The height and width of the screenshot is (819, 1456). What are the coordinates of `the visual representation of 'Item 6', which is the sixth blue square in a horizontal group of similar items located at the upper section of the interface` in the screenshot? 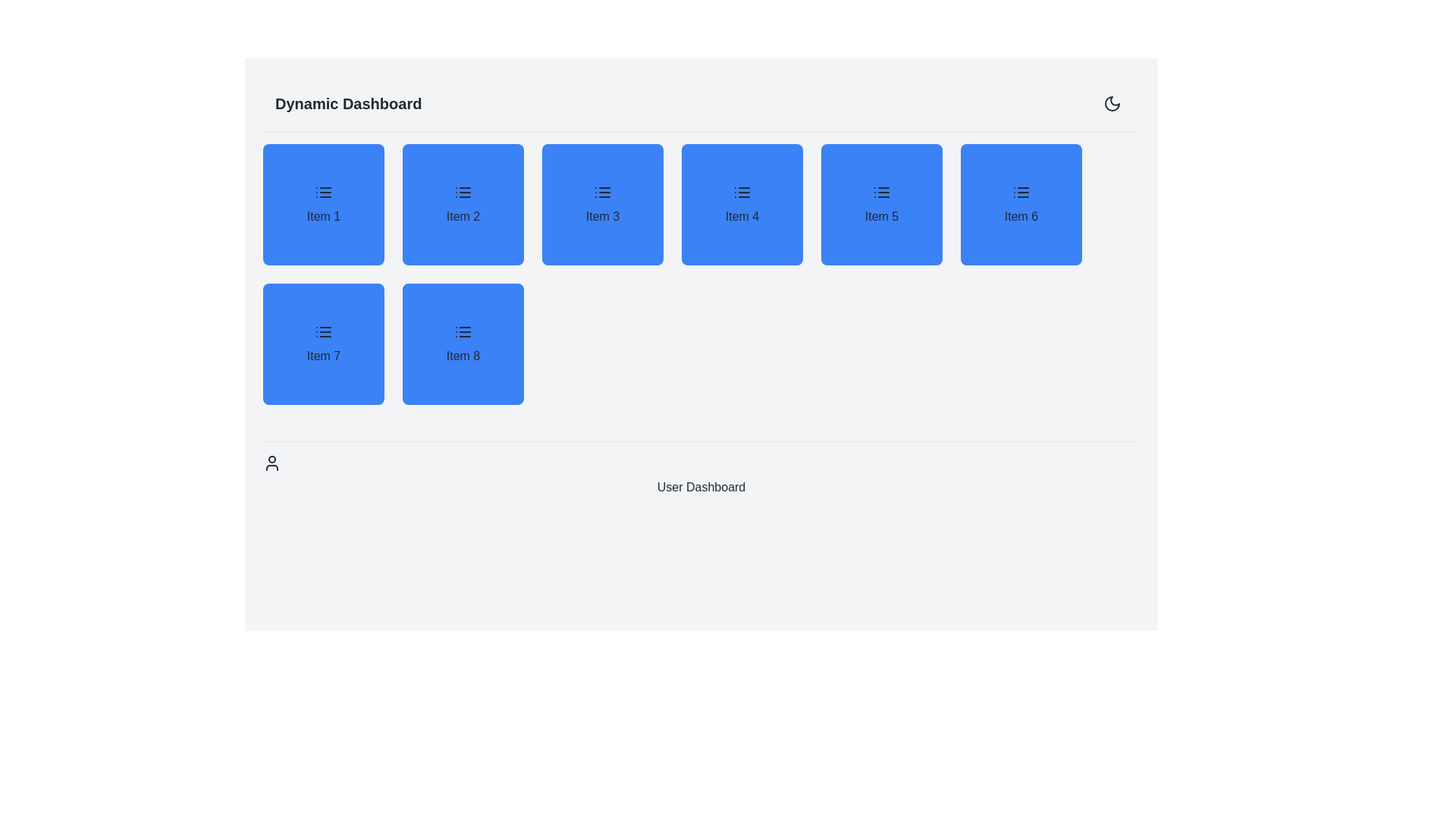 It's located at (1021, 205).